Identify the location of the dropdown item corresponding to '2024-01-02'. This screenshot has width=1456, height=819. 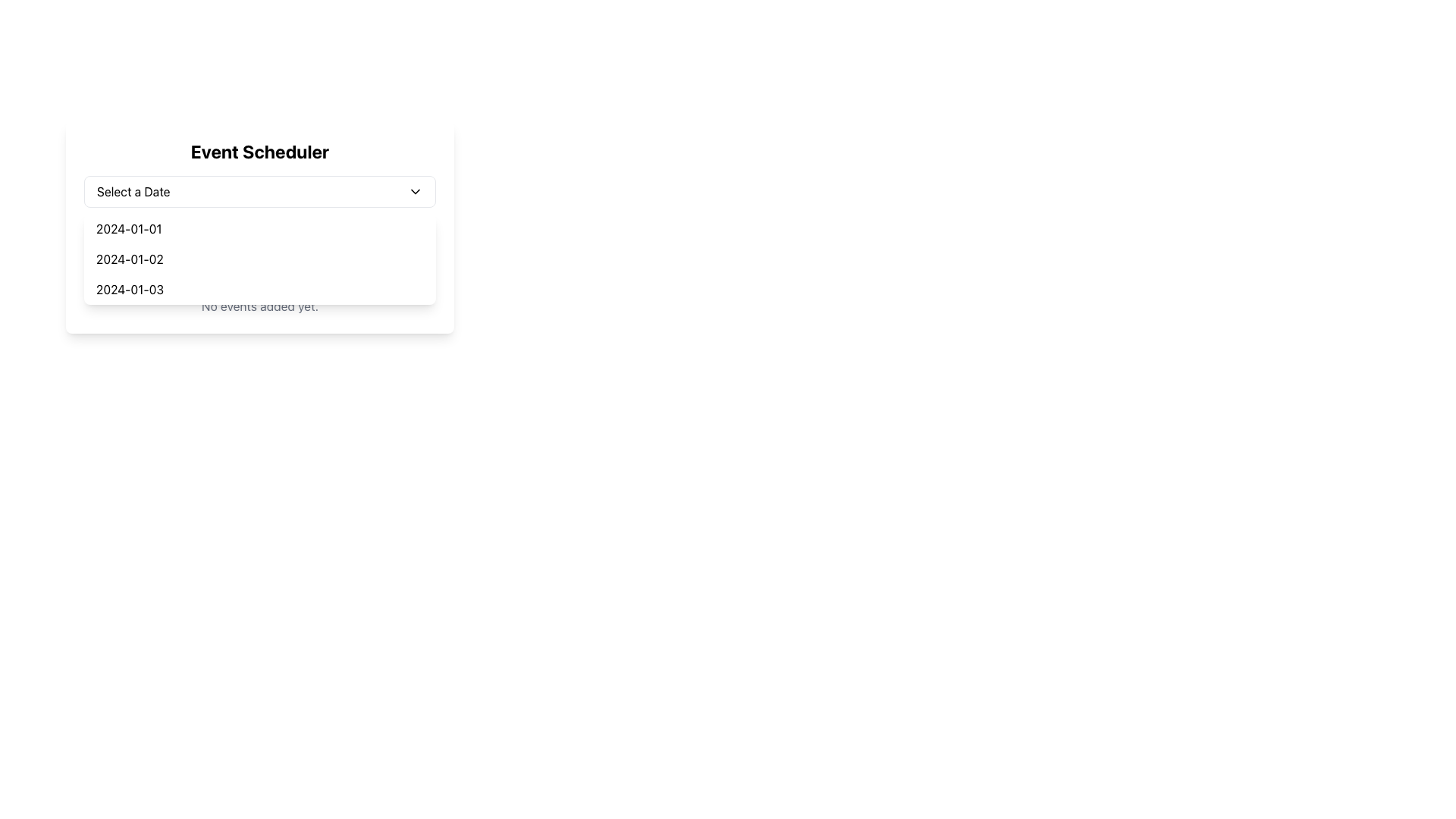
(259, 259).